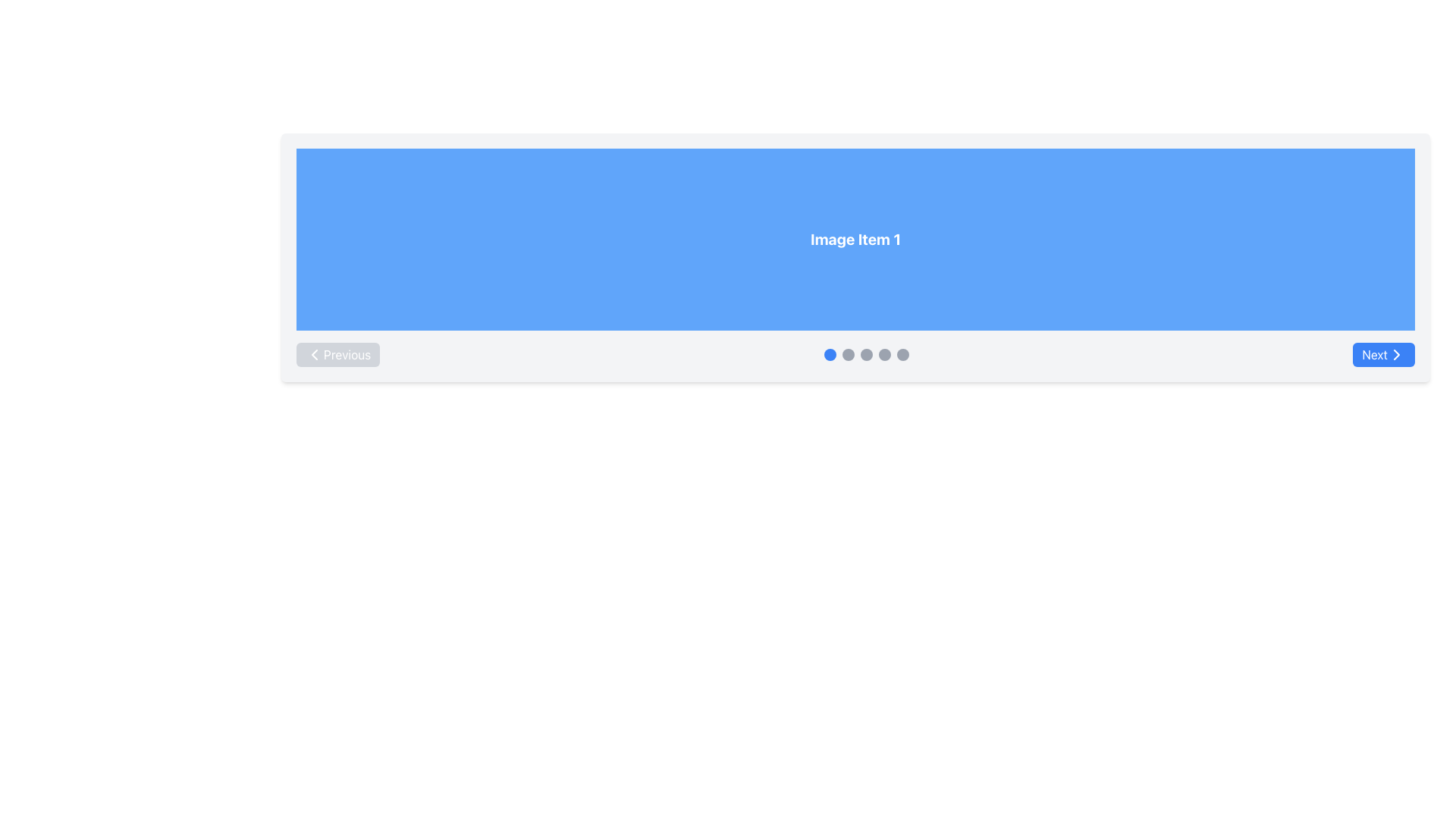 This screenshot has height=819, width=1456. I want to click on the fourth circle of the carousel indicator, so click(884, 354).